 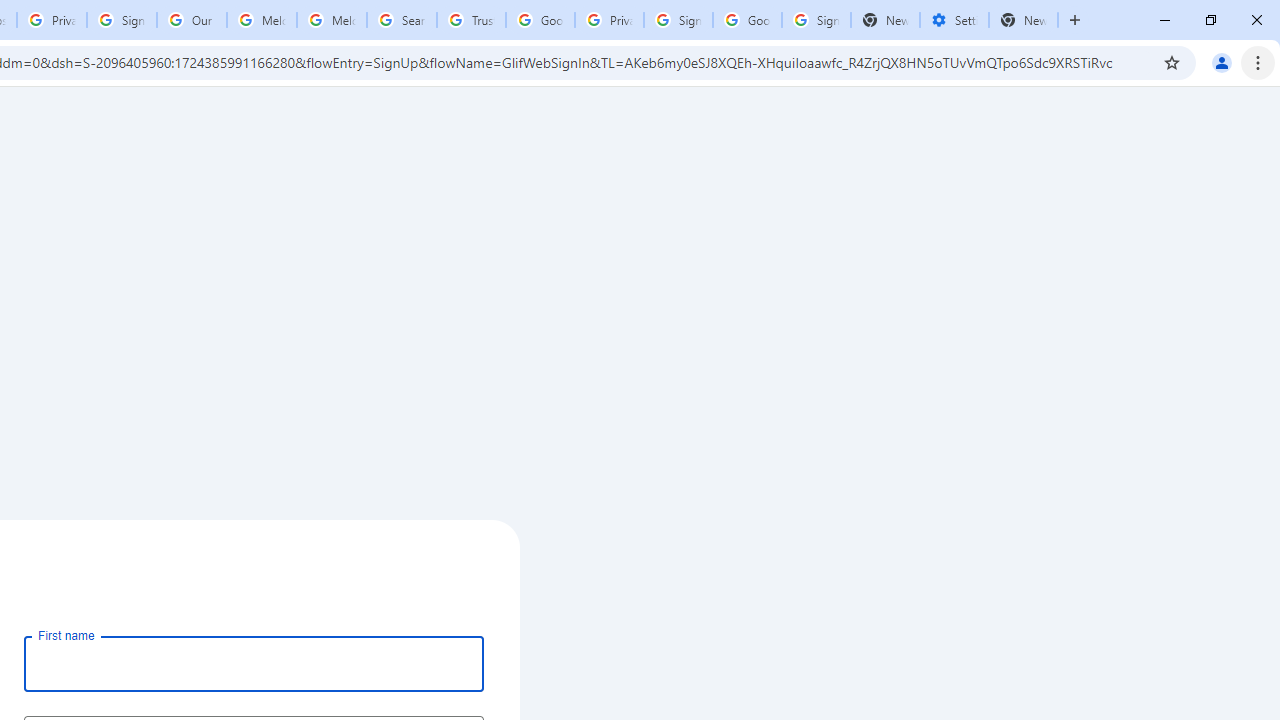 I want to click on 'New Tab', so click(x=1024, y=20).